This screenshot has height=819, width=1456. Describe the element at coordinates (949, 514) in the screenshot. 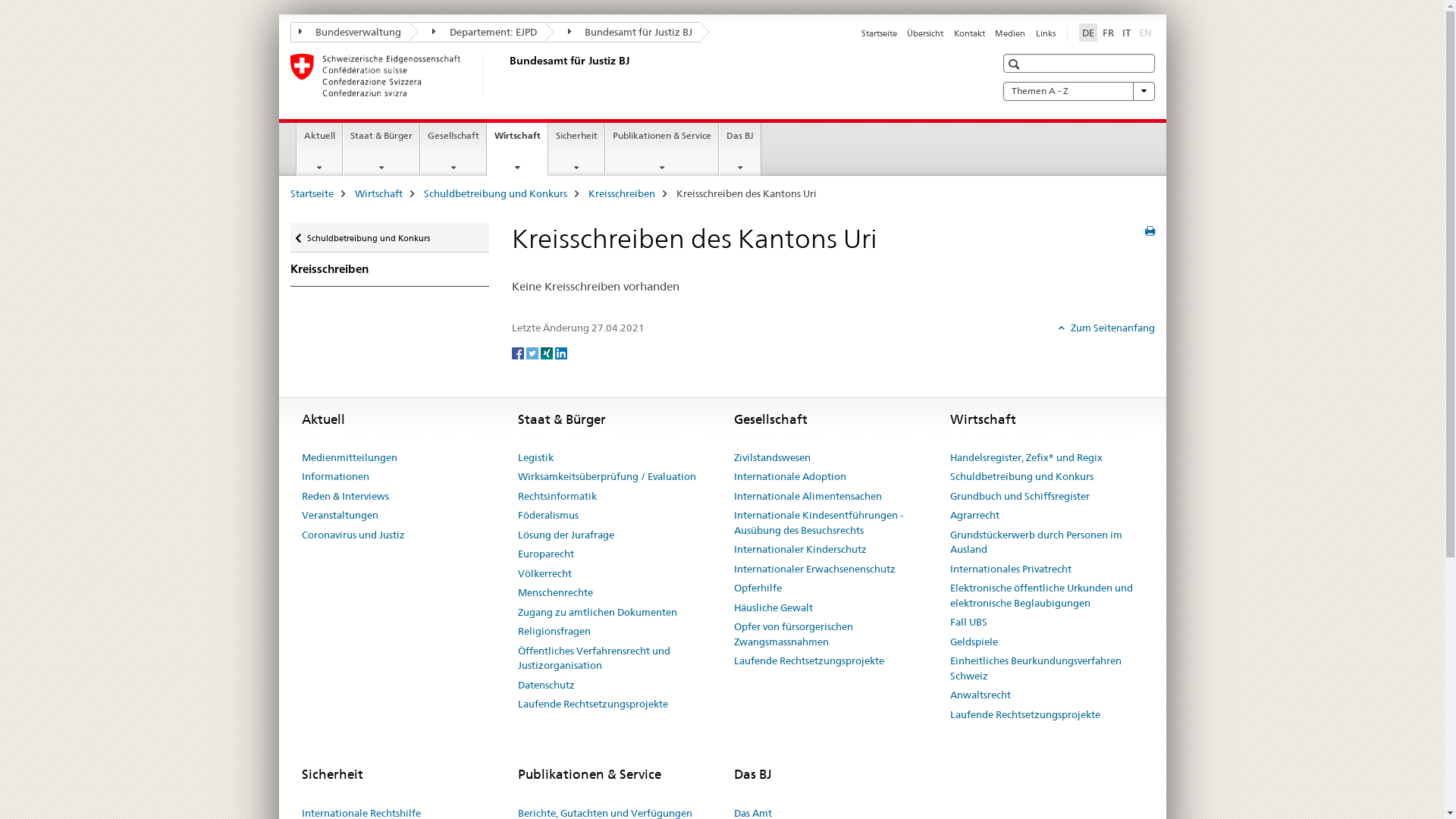

I see `'Agrarrecht'` at that location.